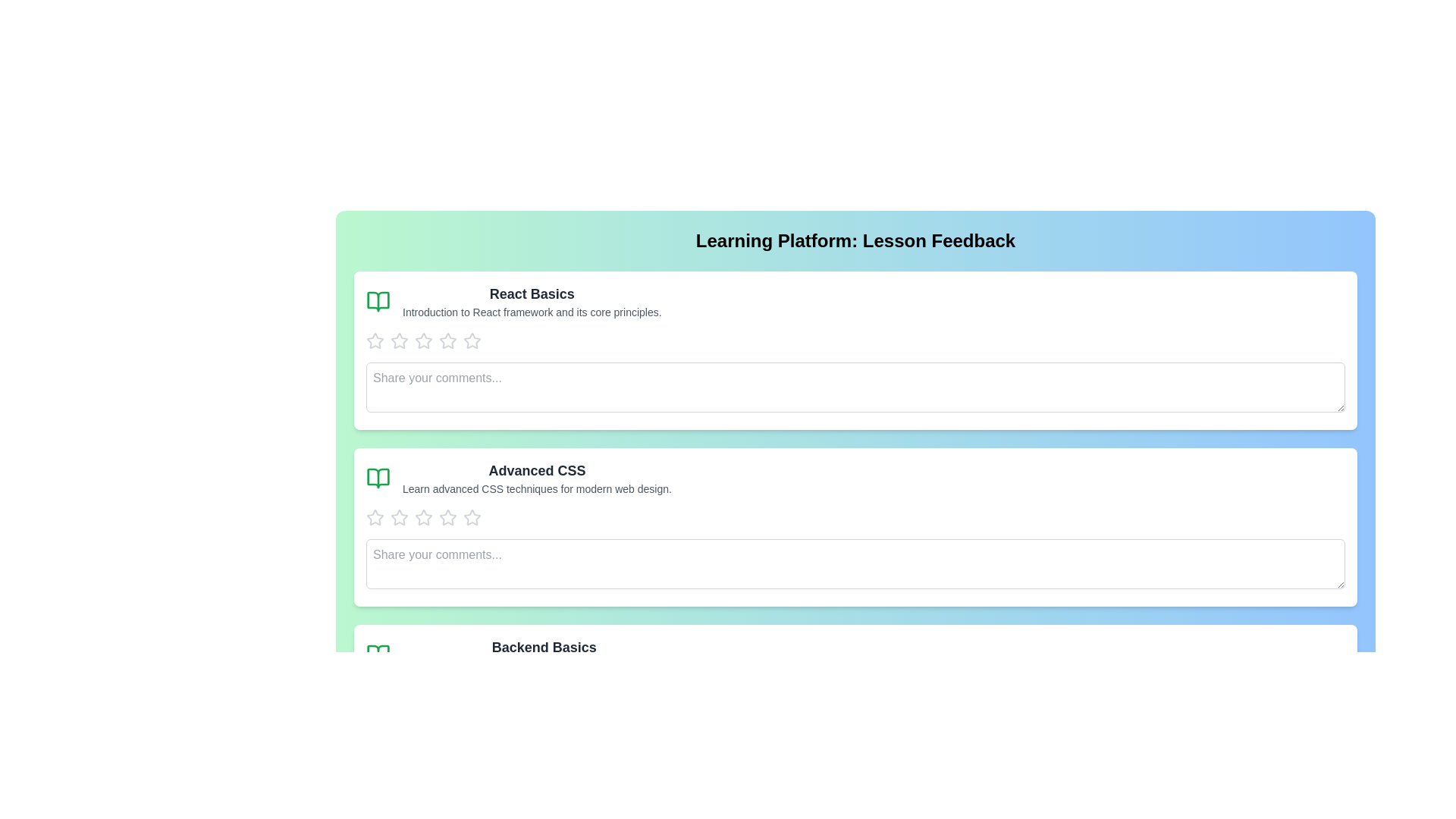  What do you see at coordinates (532, 294) in the screenshot?
I see `the 'React Basics' title text label located at the top of the first card in the vertical list of topics` at bounding box center [532, 294].